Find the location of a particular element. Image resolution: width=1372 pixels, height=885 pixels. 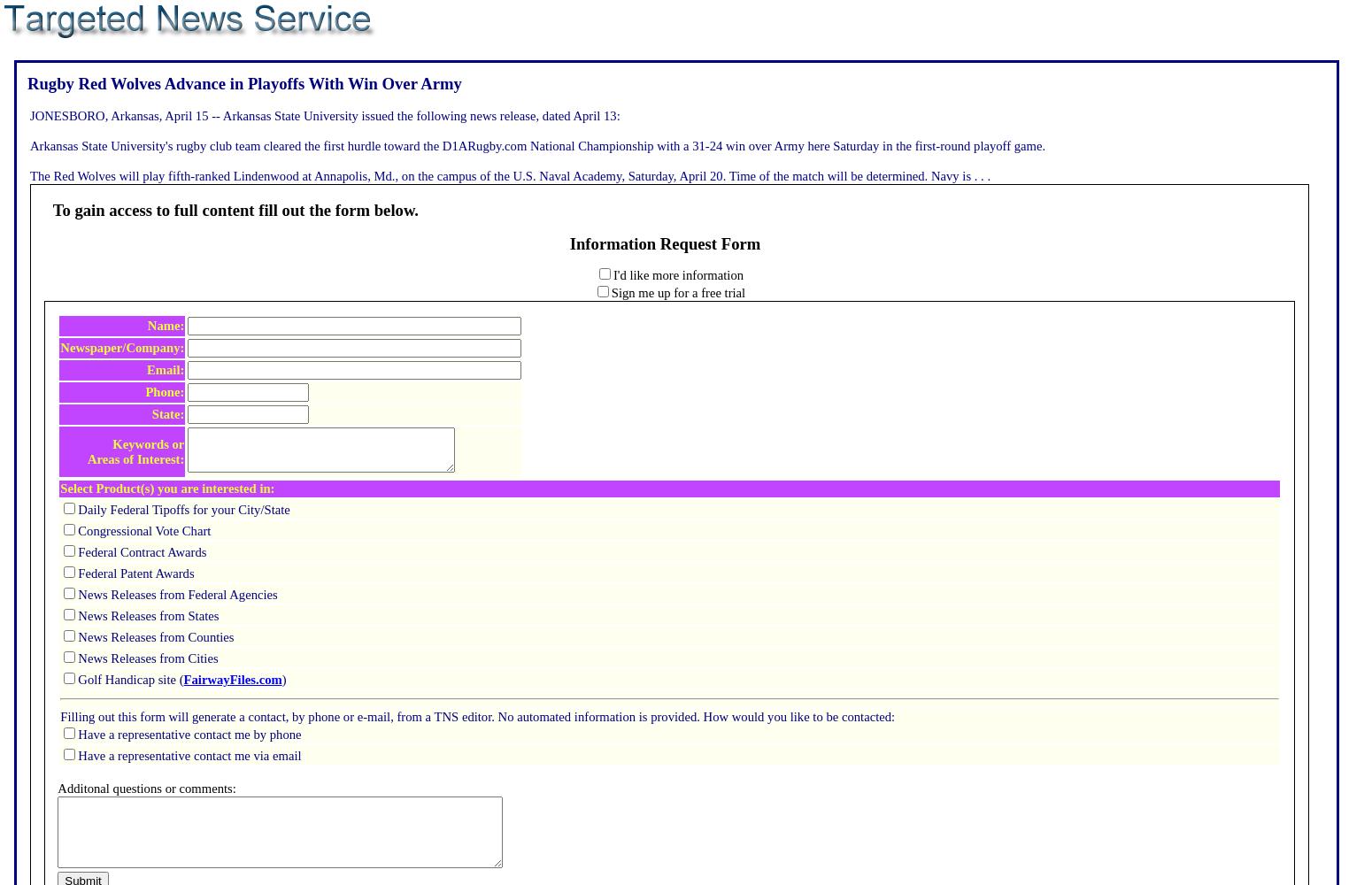

'News Releases from Federal Agencies' is located at coordinates (78, 595).